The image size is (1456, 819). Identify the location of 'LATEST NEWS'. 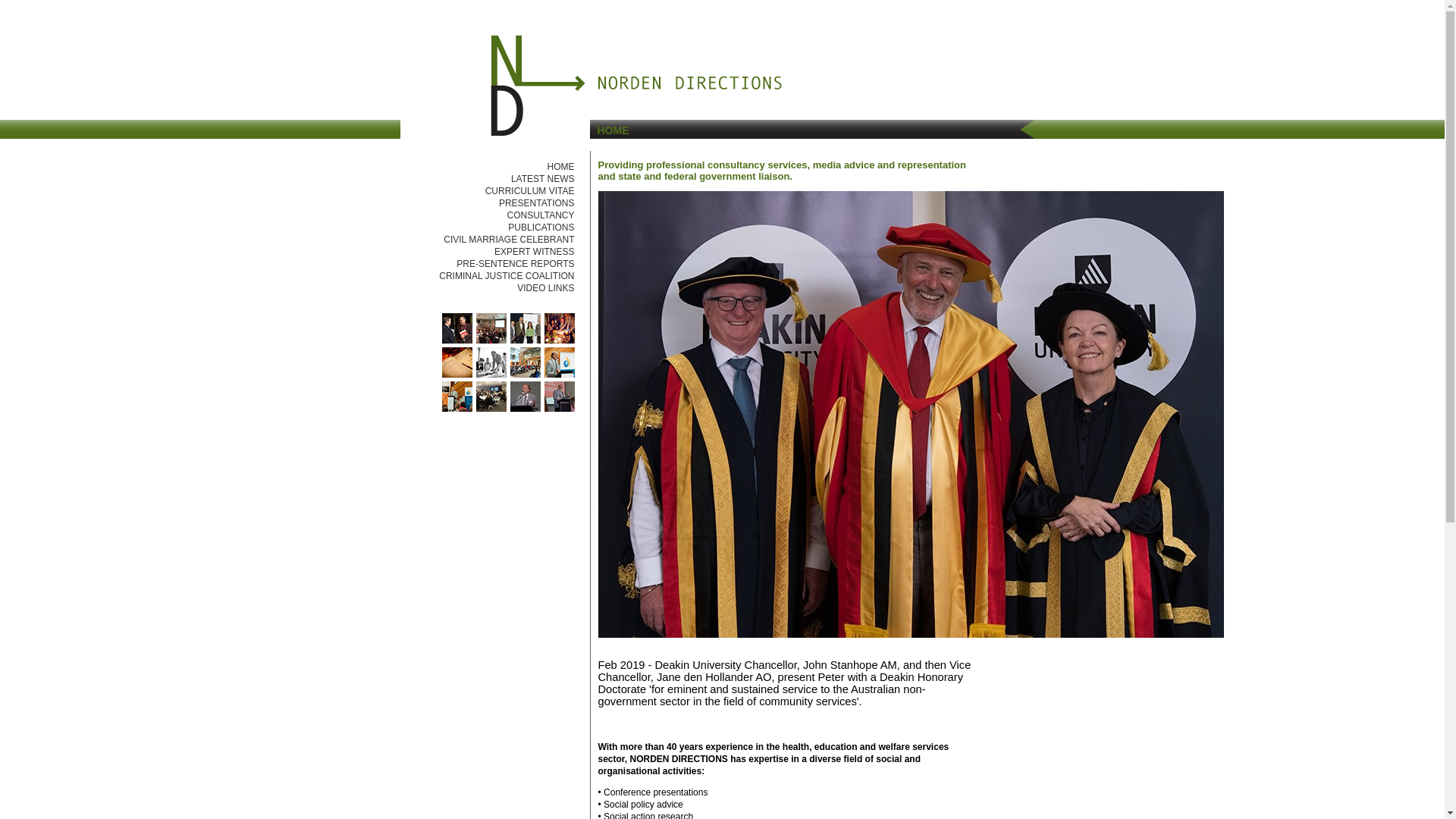
(542, 177).